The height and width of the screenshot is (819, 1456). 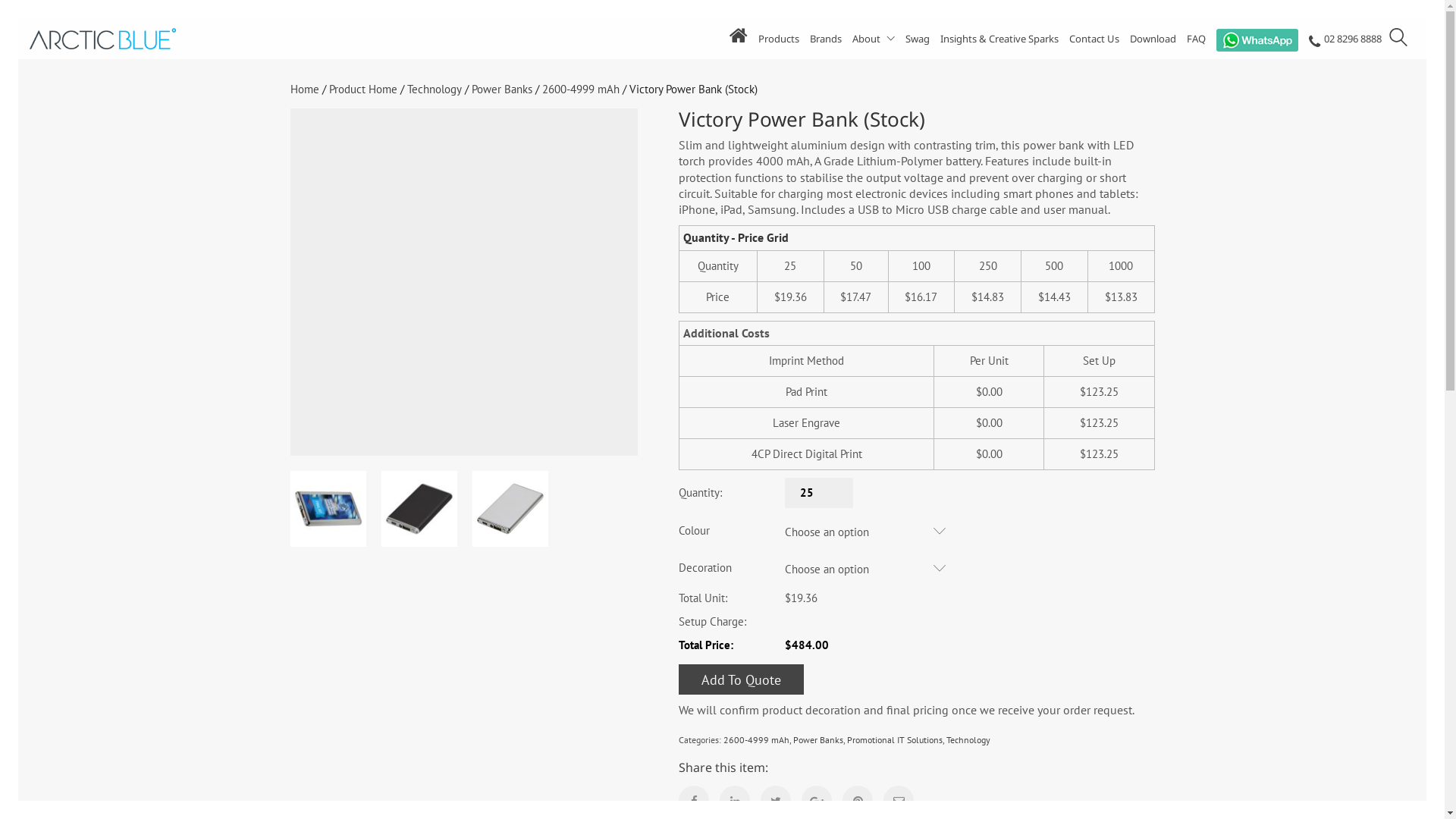 What do you see at coordinates (916, 38) in the screenshot?
I see `'Swag'` at bounding box center [916, 38].